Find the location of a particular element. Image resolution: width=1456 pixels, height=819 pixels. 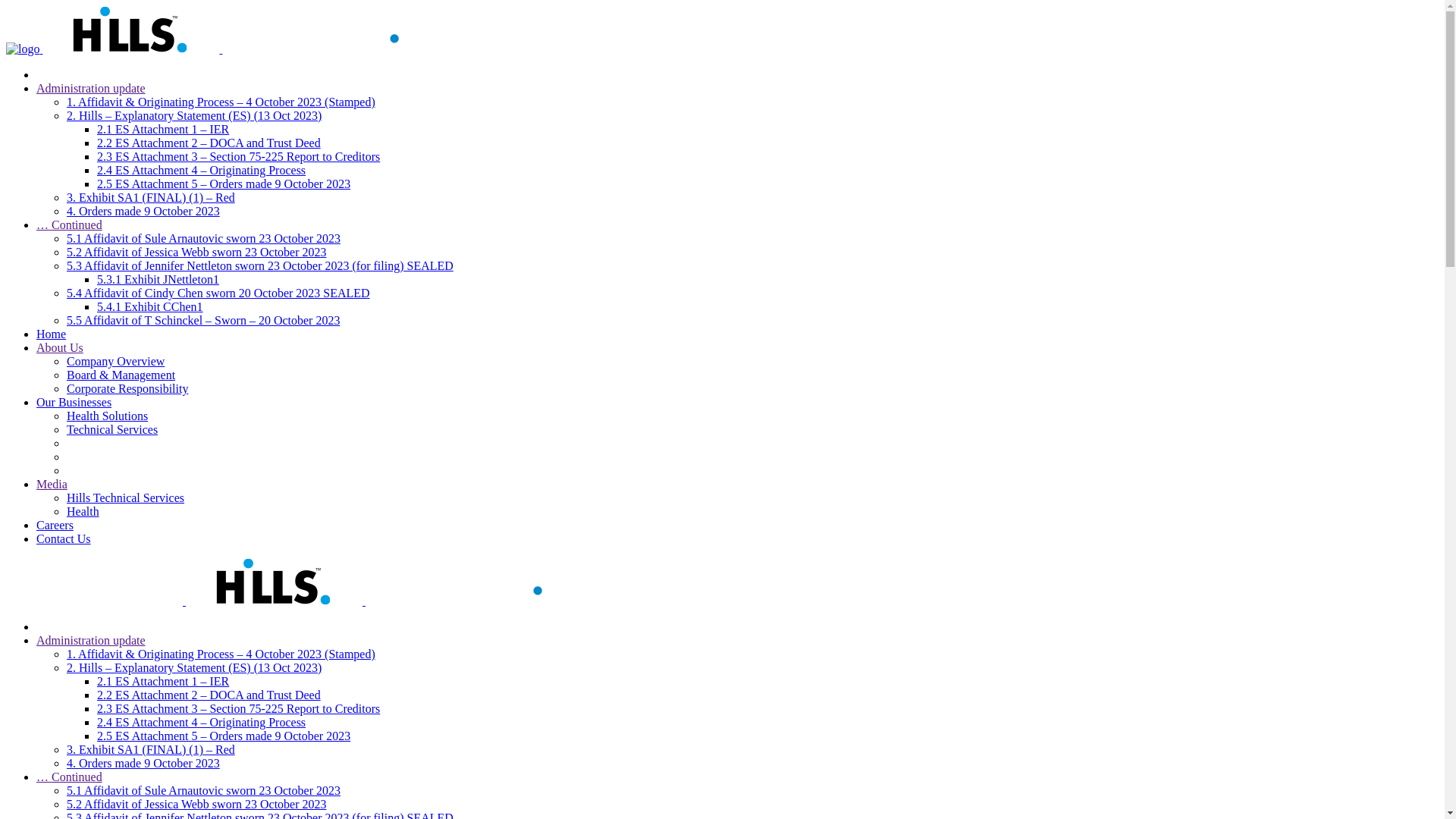

'5.1 Affidavit of Sule Arnautovic sworn 23 October 2023' is located at coordinates (202, 238).